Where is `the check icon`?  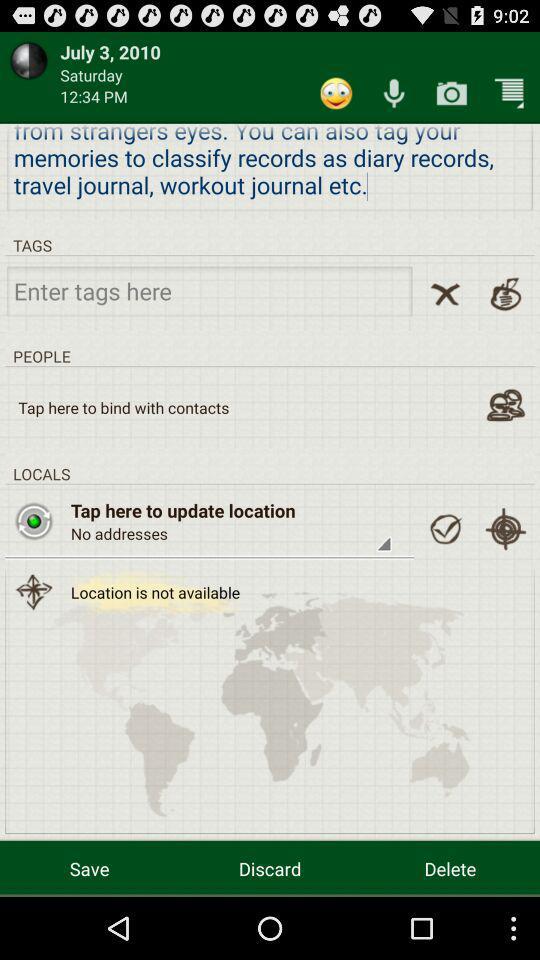 the check icon is located at coordinates (445, 566).